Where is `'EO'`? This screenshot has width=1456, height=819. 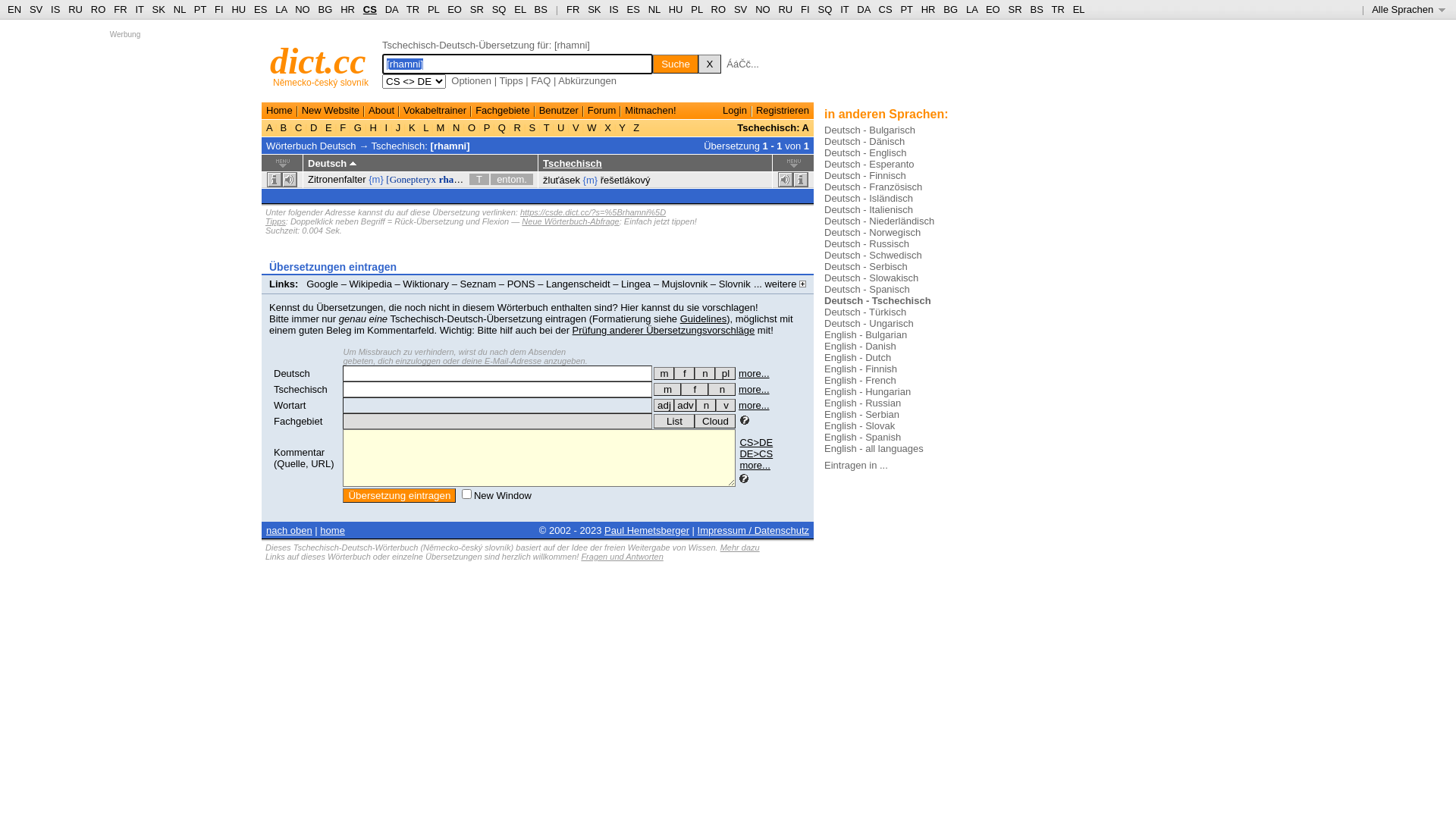
'EO' is located at coordinates (993, 9).